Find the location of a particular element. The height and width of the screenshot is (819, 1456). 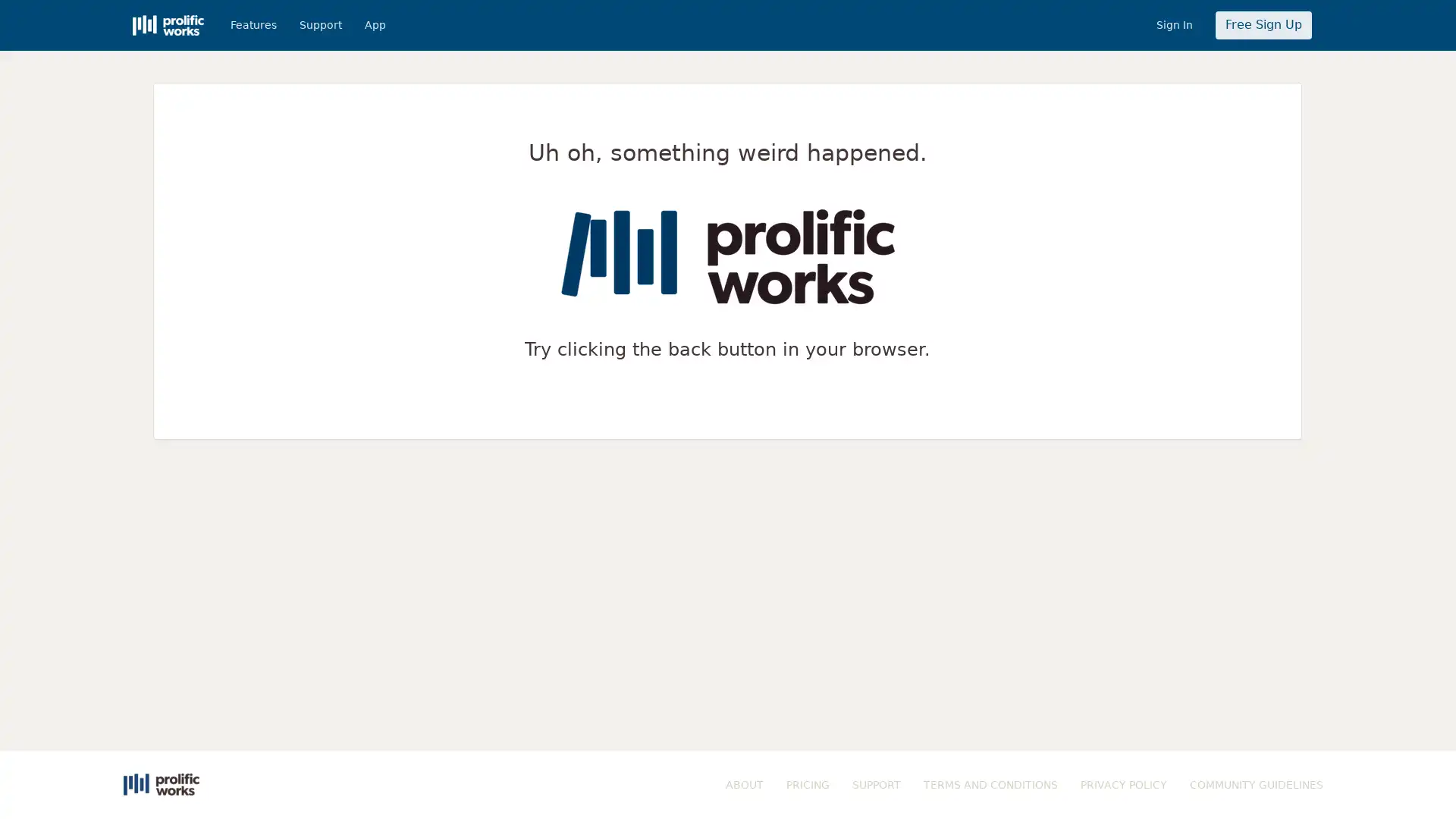

Free Sign Up is located at coordinates (1263, 25).